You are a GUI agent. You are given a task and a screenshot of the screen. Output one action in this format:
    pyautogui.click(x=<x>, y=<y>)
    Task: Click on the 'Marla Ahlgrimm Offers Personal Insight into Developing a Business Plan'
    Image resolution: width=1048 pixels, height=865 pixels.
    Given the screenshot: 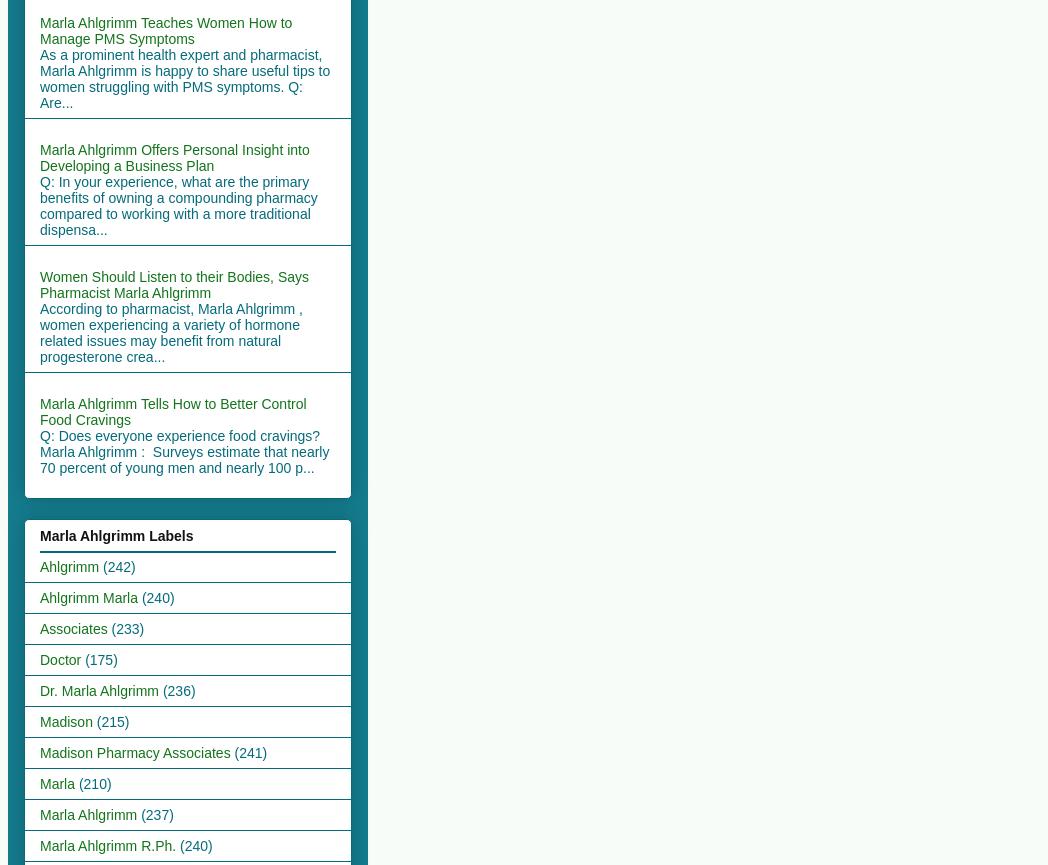 What is the action you would take?
    pyautogui.click(x=174, y=155)
    